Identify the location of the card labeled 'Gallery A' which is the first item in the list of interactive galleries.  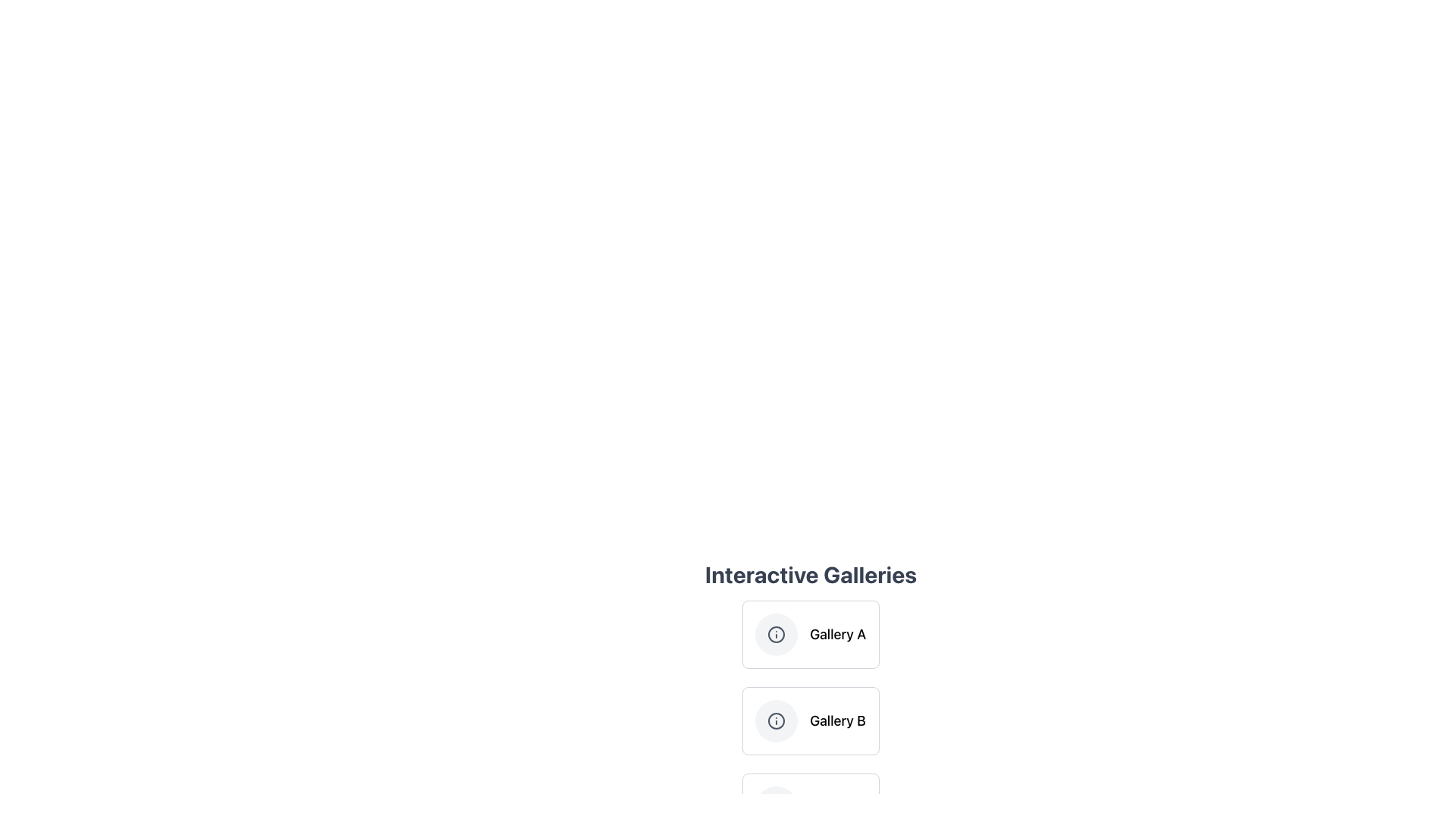
(810, 635).